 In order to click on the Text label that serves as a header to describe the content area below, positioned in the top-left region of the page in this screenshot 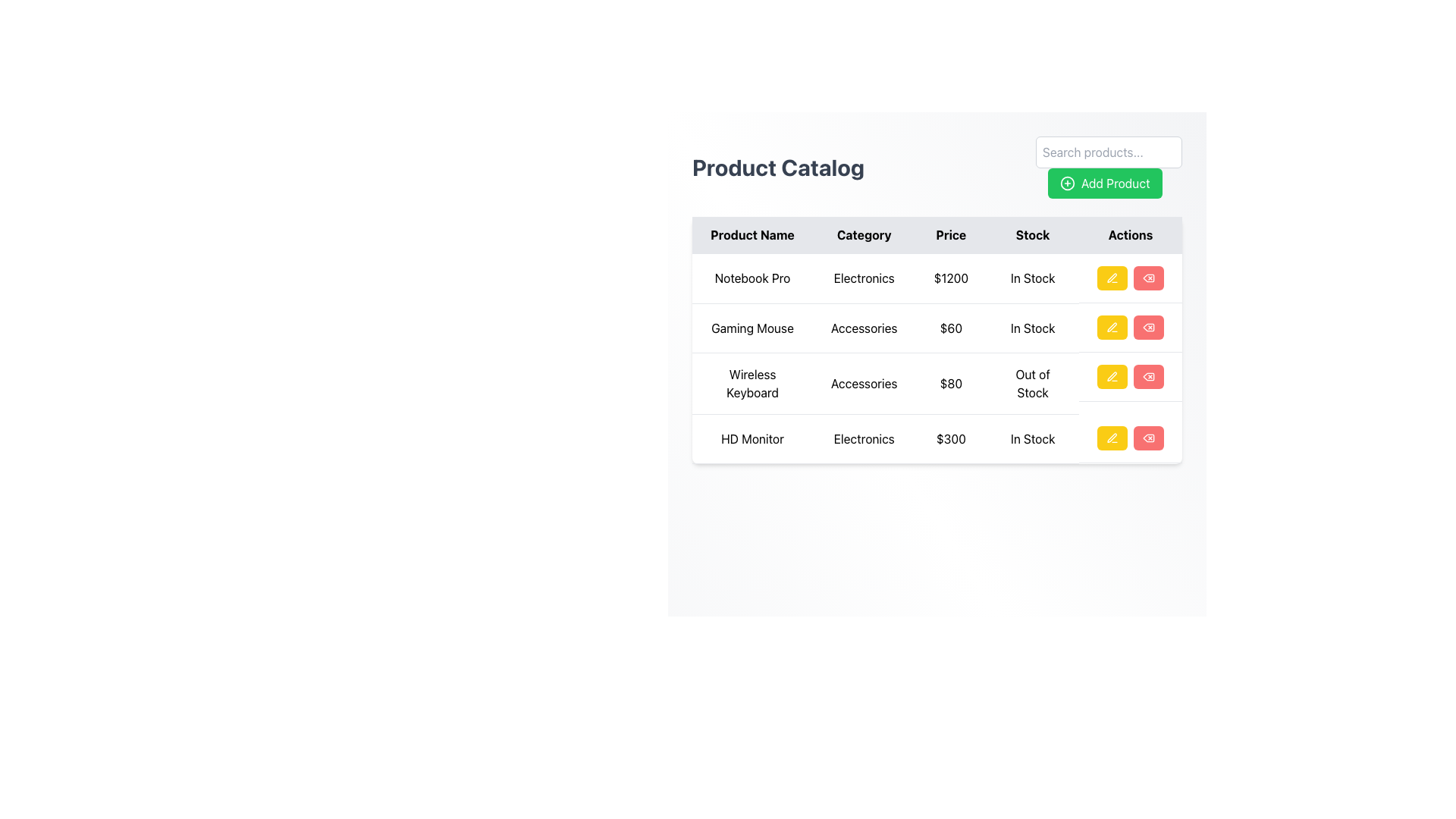, I will do `click(778, 167)`.